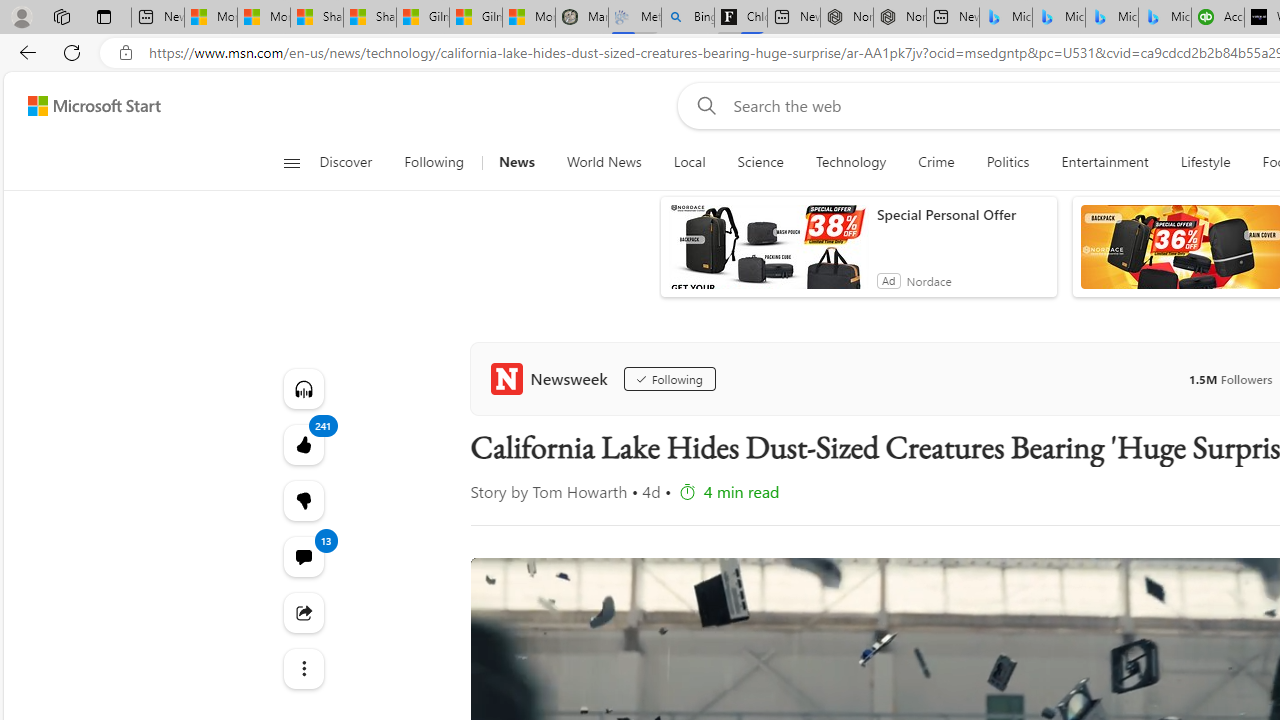 This screenshot has height=720, width=1280. I want to click on 'Technology', so click(851, 162).